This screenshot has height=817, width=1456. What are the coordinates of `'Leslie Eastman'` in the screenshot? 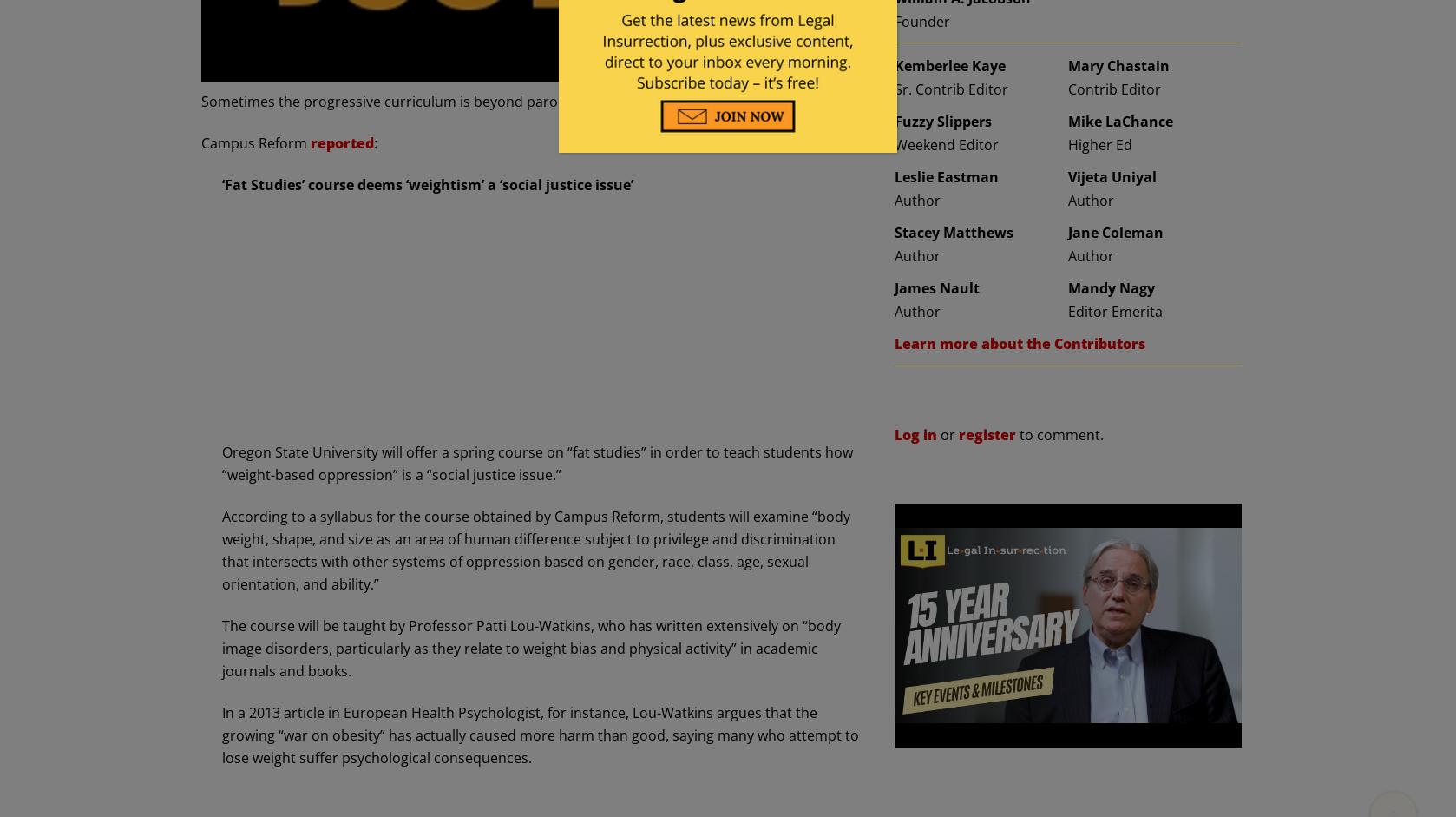 It's located at (947, 177).